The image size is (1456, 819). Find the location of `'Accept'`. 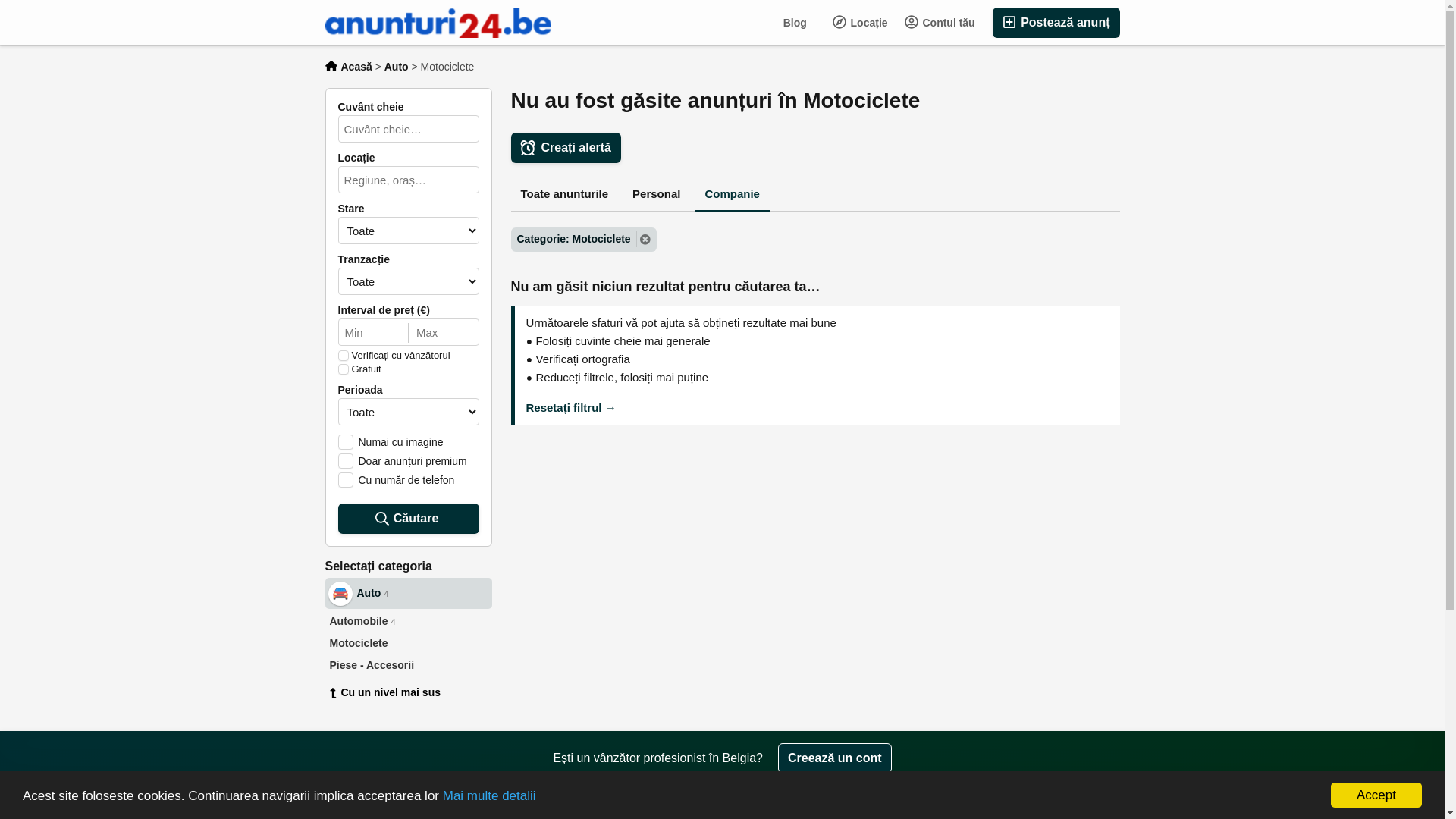

'Accept' is located at coordinates (1376, 794).